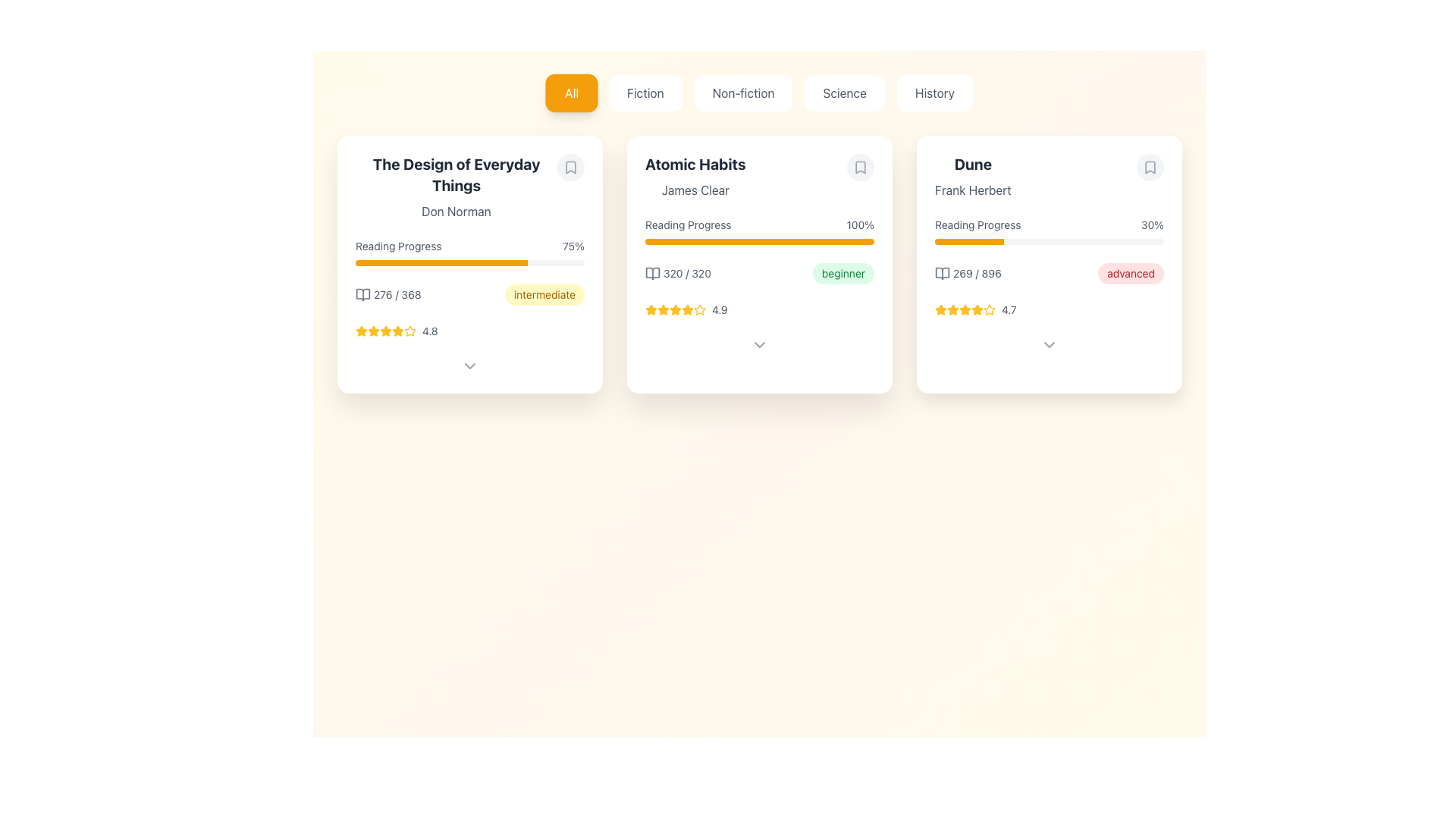  I want to click on the toggle button located at the bottom center of the 'Dune' card by 'Frank Herbert', so click(1048, 345).